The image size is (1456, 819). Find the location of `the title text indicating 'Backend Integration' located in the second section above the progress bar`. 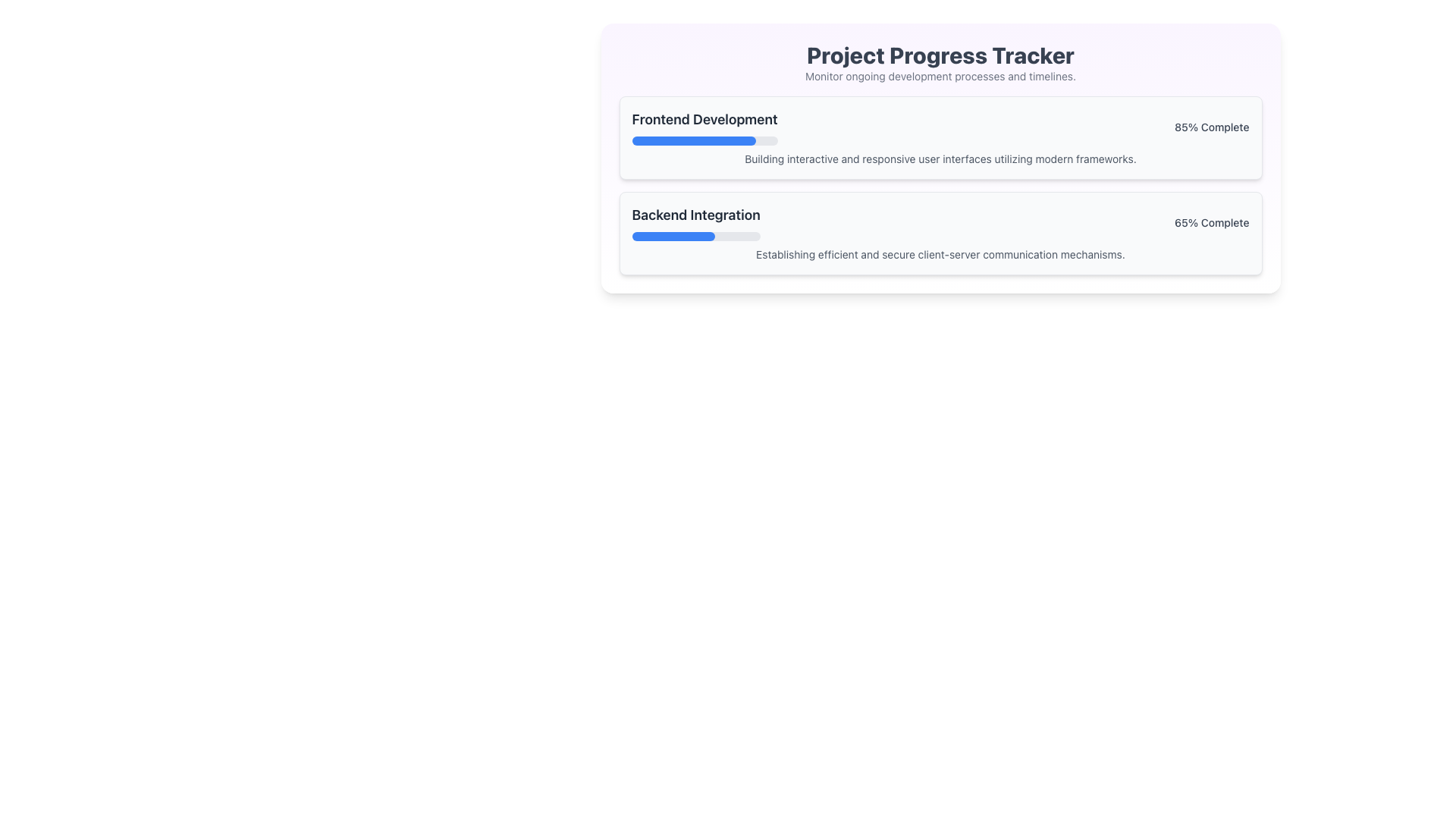

the title text indicating 'Backend Integration' located in the second section above the progress bar is located at coordinates (695, 215).